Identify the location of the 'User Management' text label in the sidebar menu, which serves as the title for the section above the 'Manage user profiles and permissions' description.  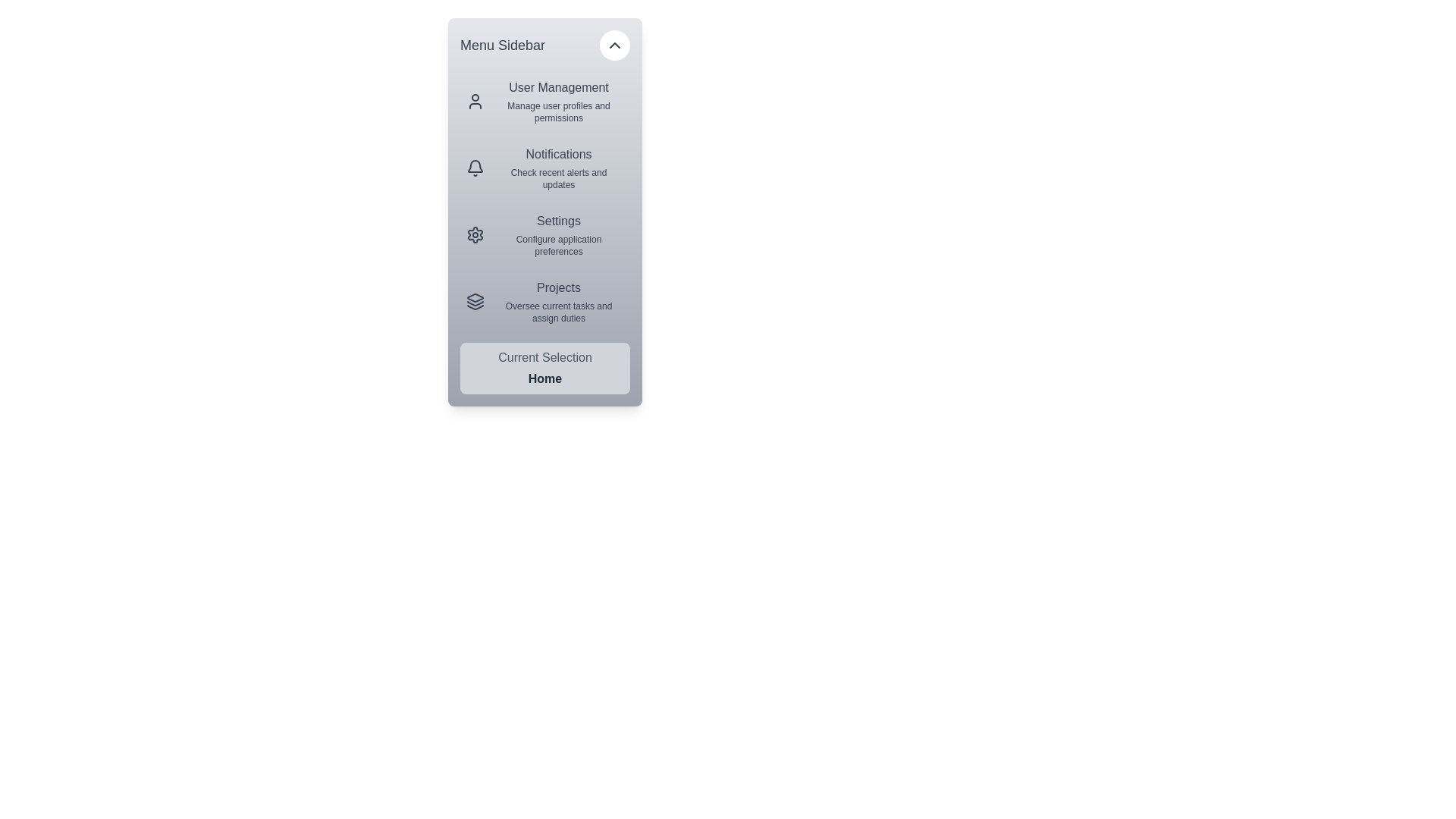
(558, 87).